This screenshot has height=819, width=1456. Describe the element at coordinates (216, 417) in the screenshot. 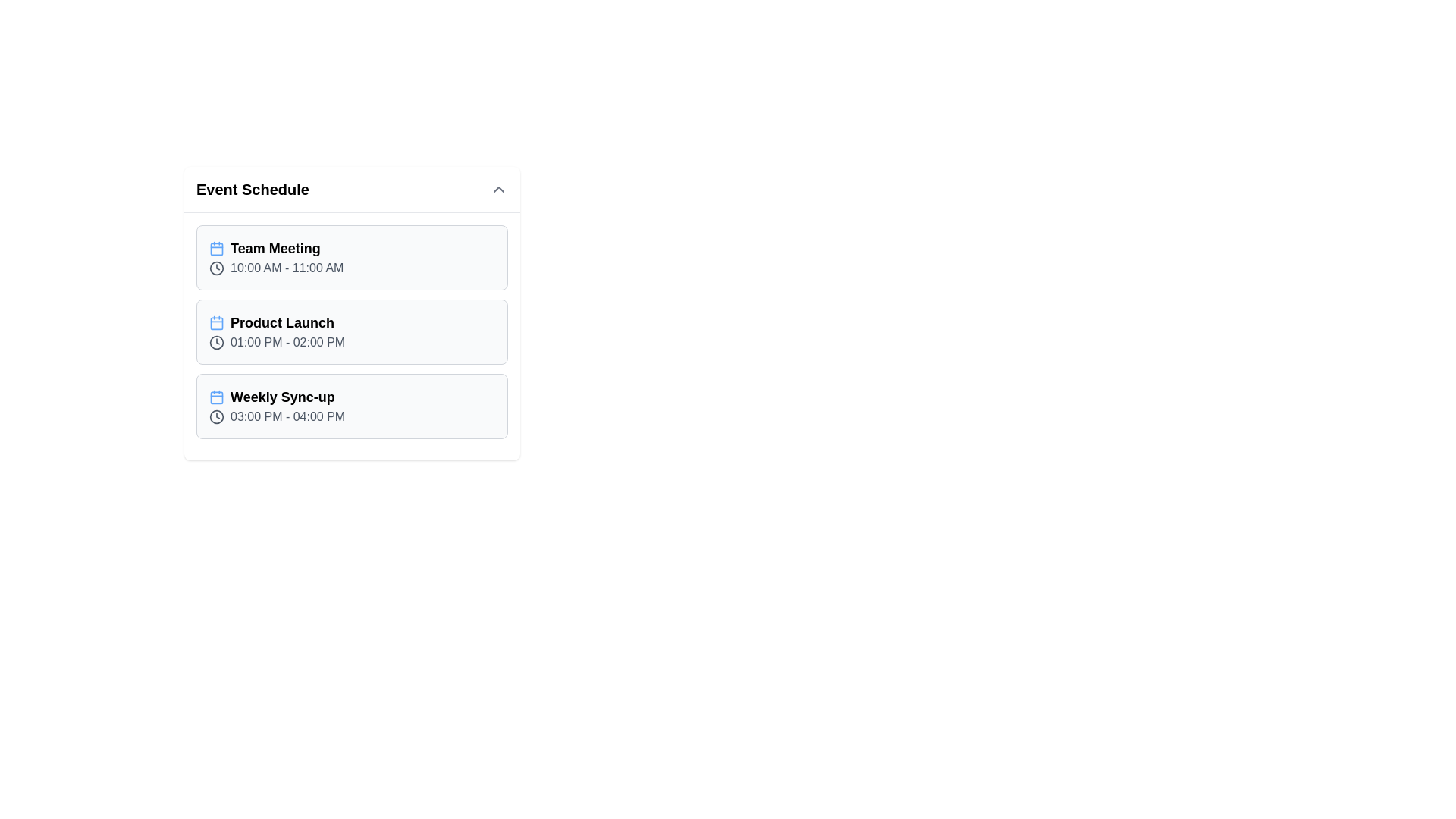

I see `the small SVG clock icon located within the 'Weekly Sync-up' event row, to the left of the time range '03:00 PM - 04:00 PM'` at that location.